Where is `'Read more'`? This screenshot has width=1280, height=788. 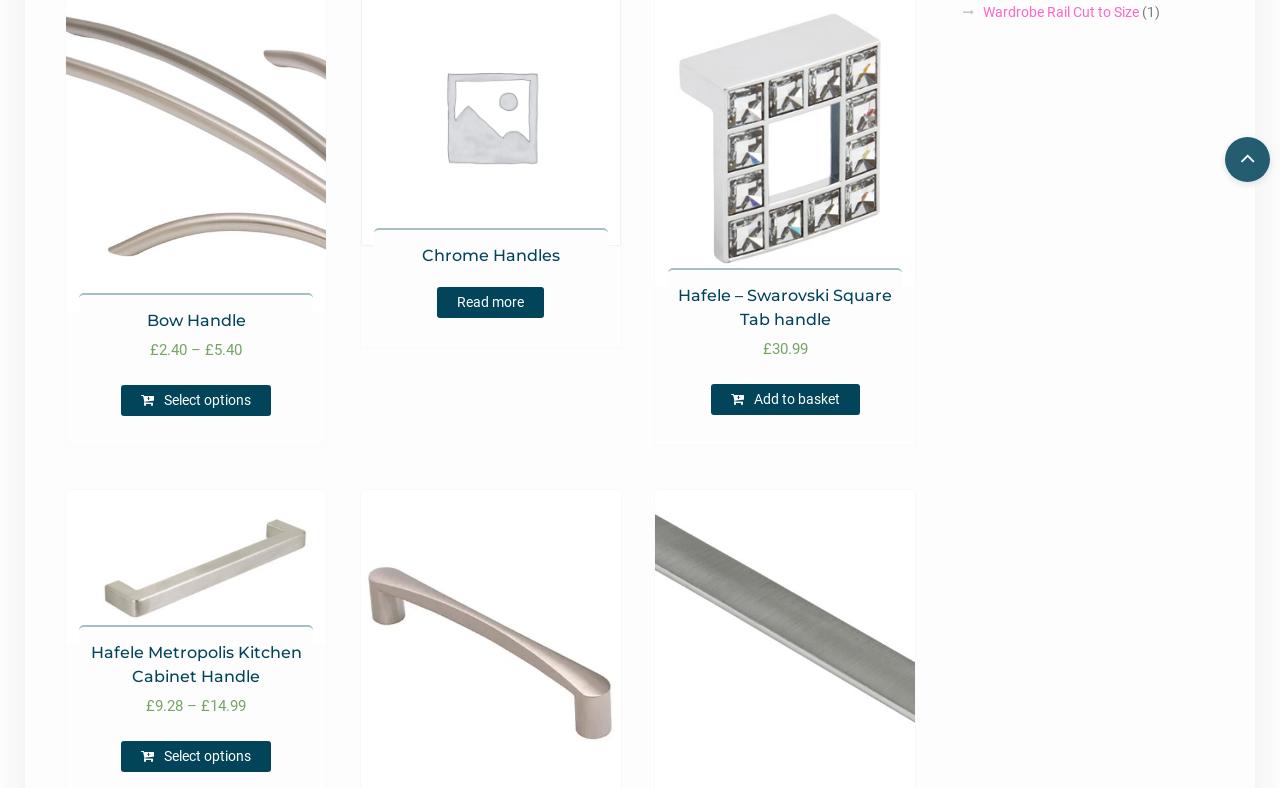 'Read more' is located at coordinates (490, 301).